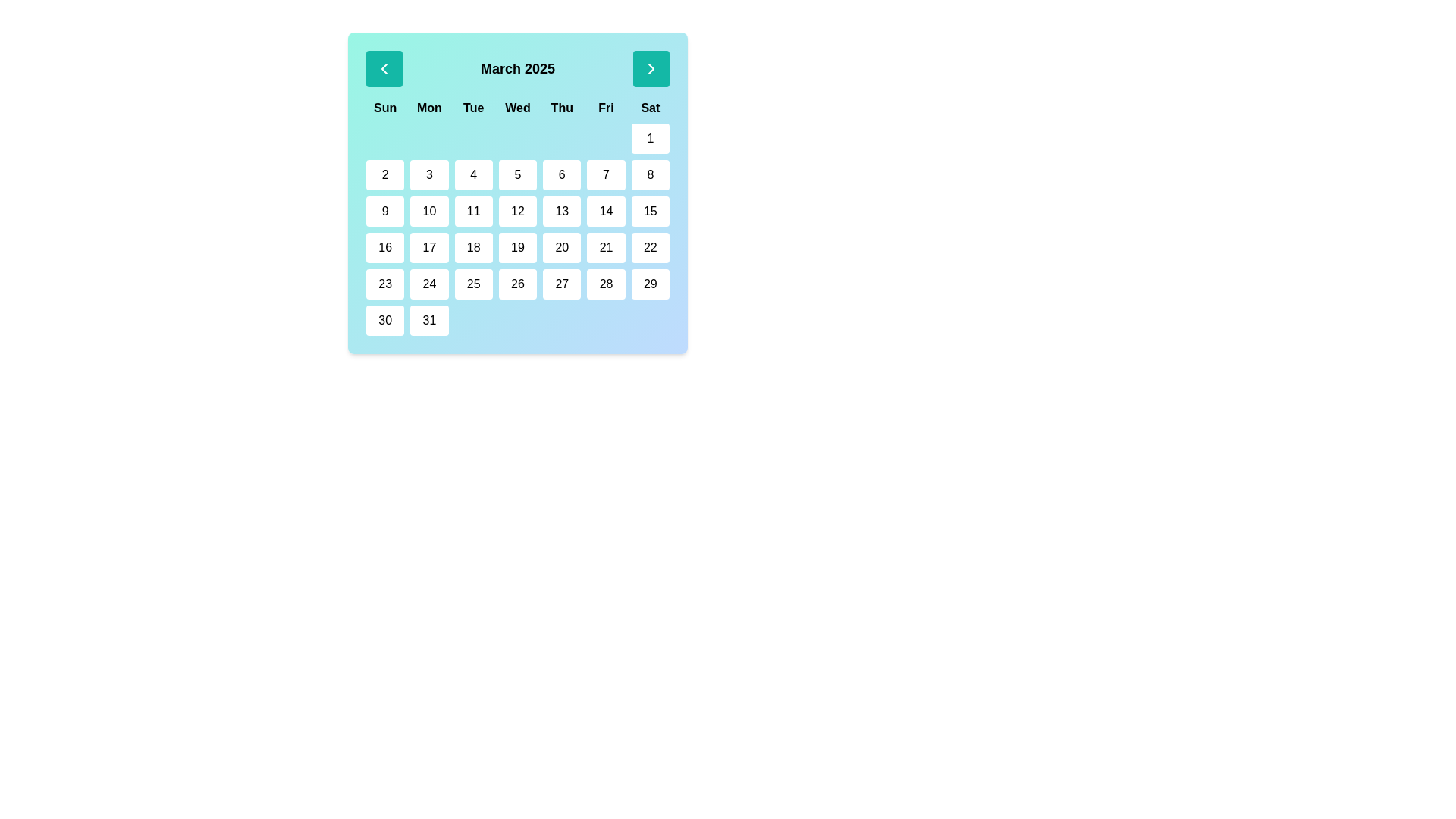 The height and width of the screenshot is (819, 1456). What do you see at coordinates (385, 174) in the screenshot?
I see `the calendar date button representing '2', located in the first row and second column of the calendar grid` at bounding box center [385, 174].